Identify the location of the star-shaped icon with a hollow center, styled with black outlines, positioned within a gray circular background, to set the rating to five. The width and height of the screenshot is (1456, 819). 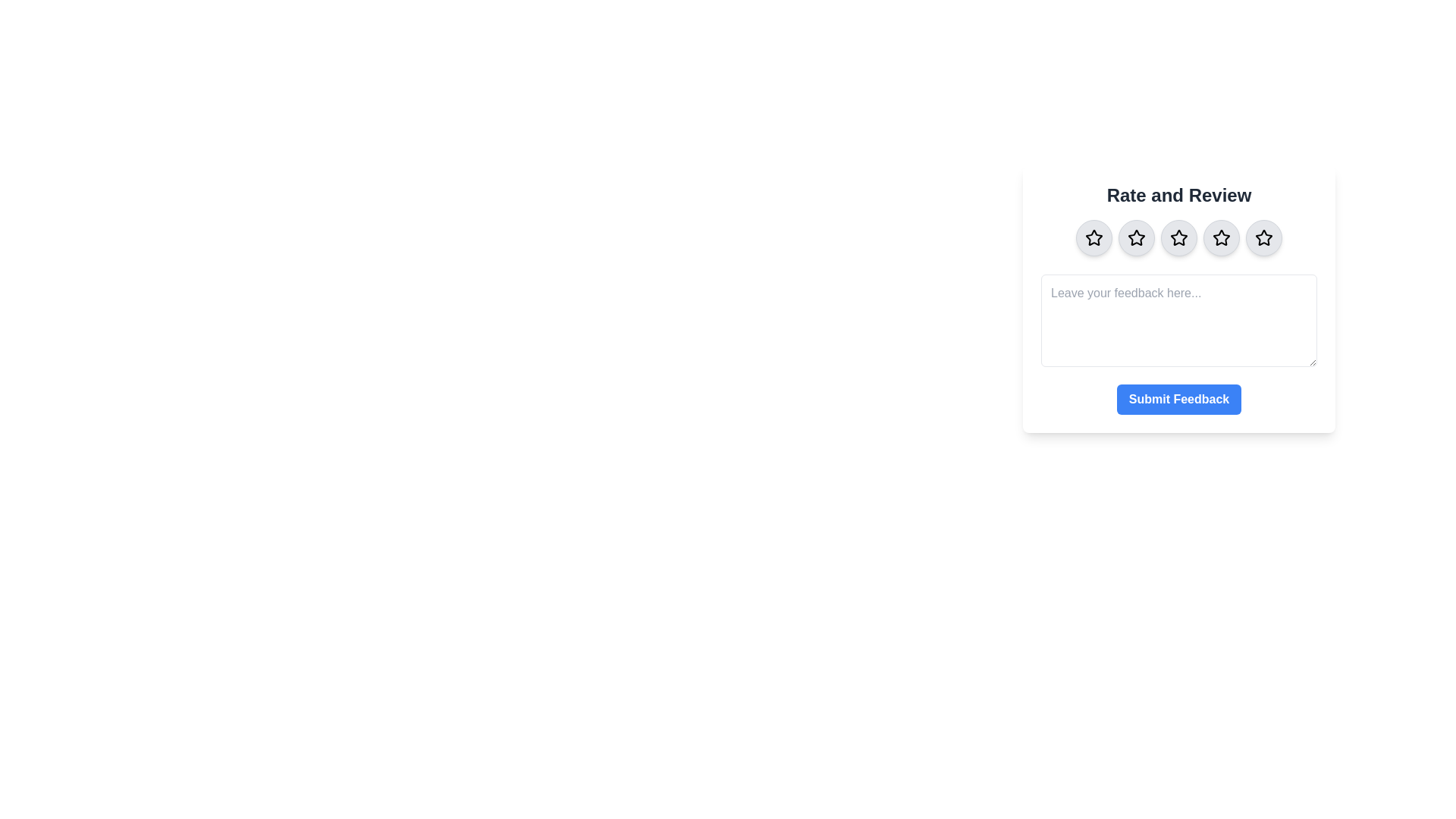
(1263, 237).